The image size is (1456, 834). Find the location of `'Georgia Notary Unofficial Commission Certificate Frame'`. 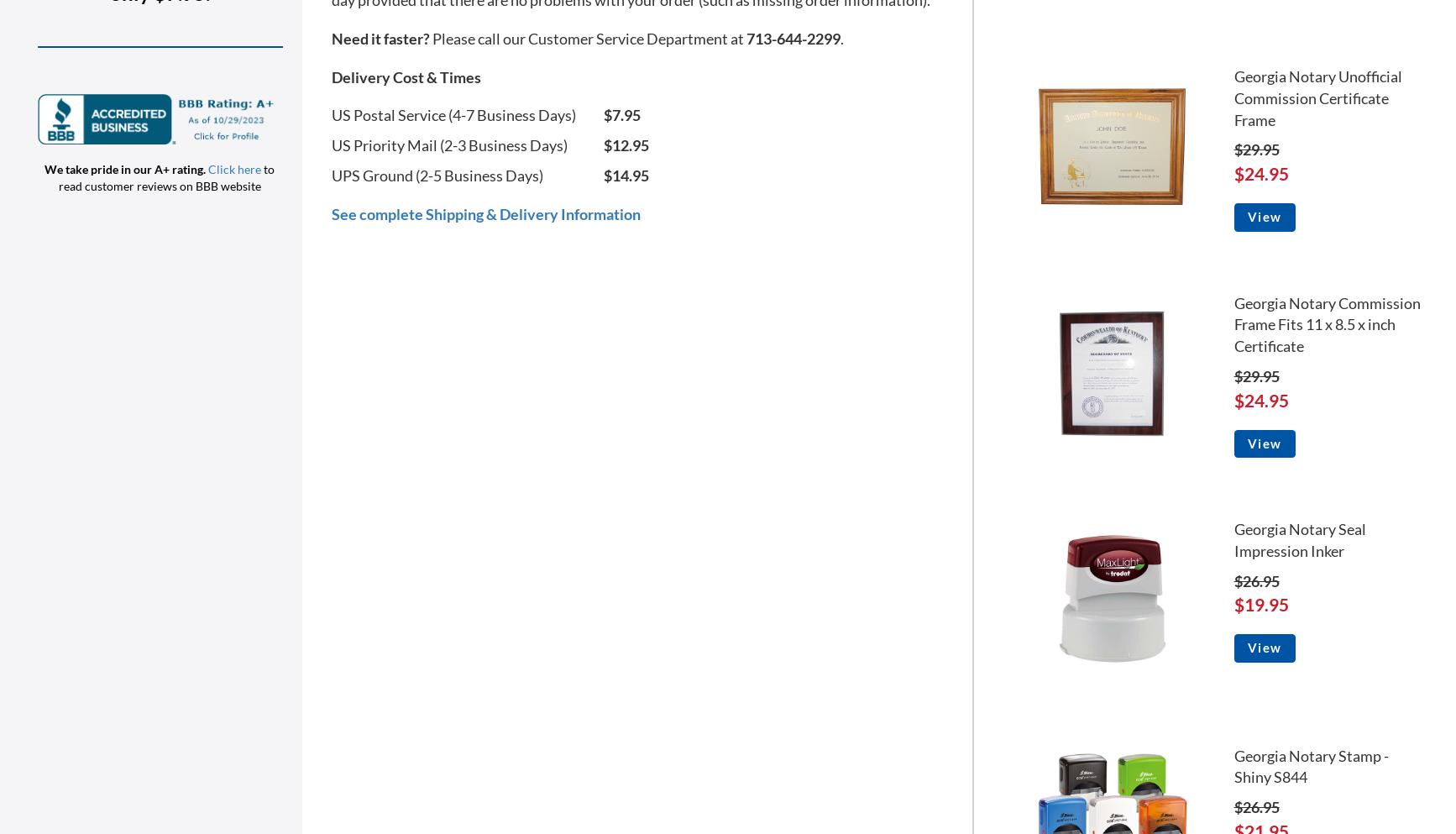

'Georgia Notary Unofficial Commission Certificate Frame' is located at coordinates (1233, 97).